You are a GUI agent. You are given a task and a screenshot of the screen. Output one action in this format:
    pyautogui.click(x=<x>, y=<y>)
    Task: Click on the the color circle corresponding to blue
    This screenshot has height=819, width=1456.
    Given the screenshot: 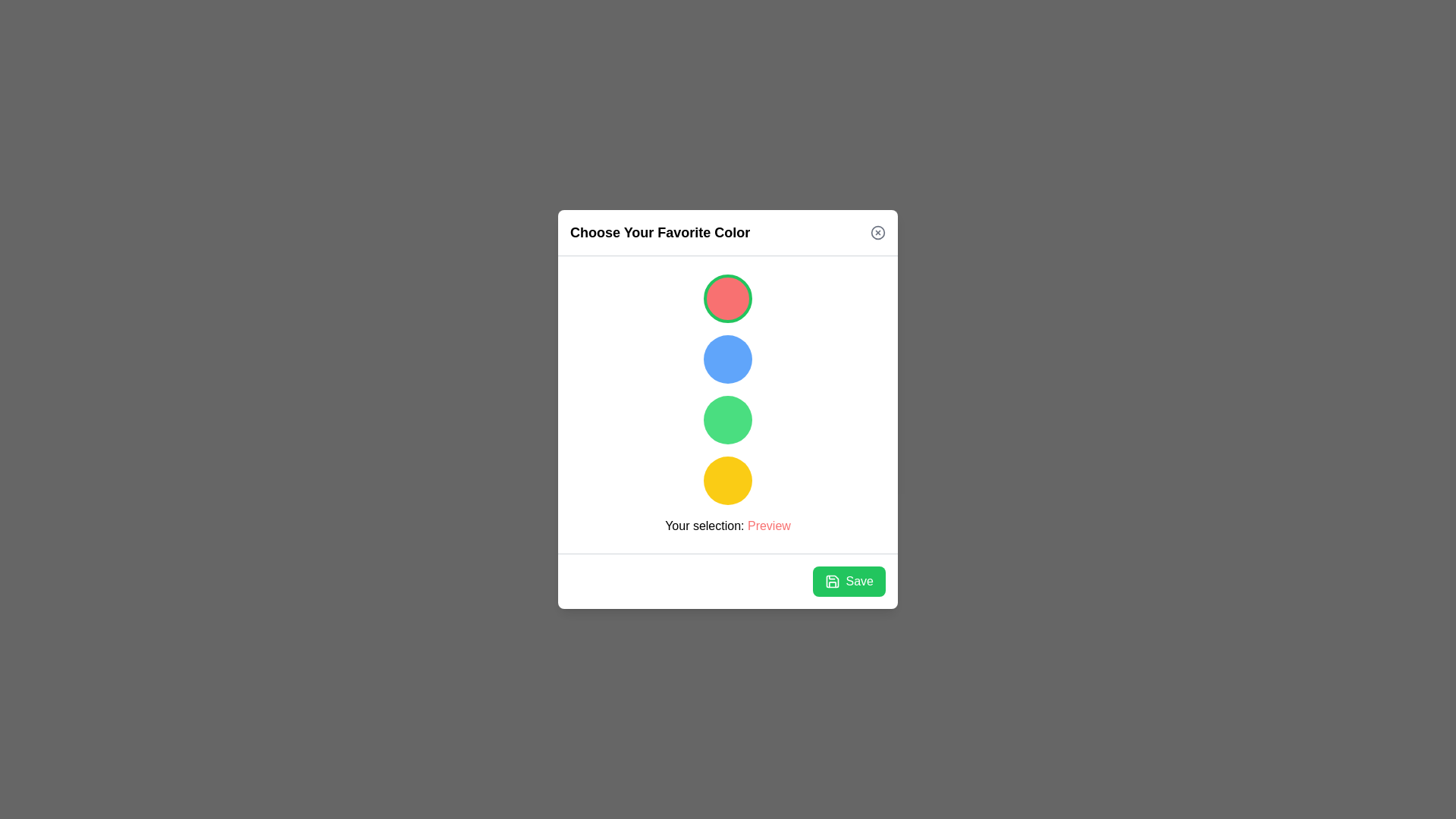 What is the action you would take?
    pyautogui.click(x=728, y=359)
    